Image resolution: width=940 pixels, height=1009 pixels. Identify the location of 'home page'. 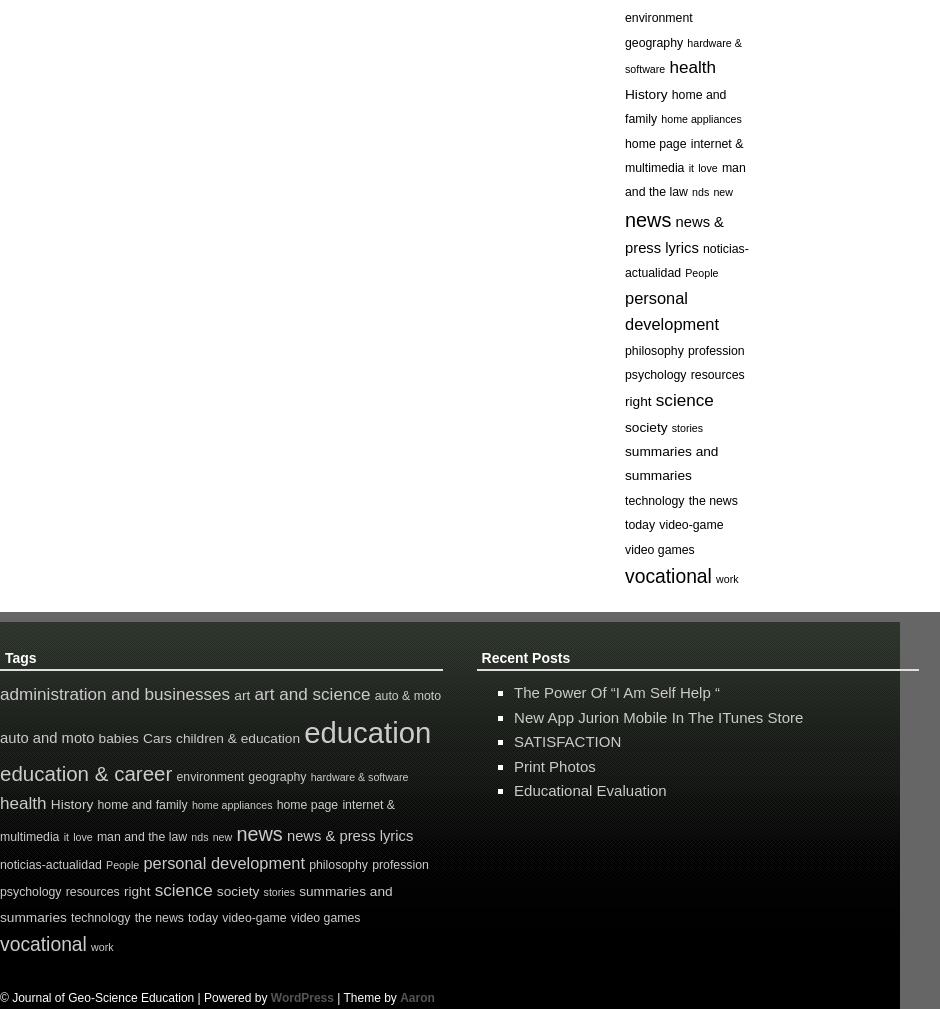
(306, 804).